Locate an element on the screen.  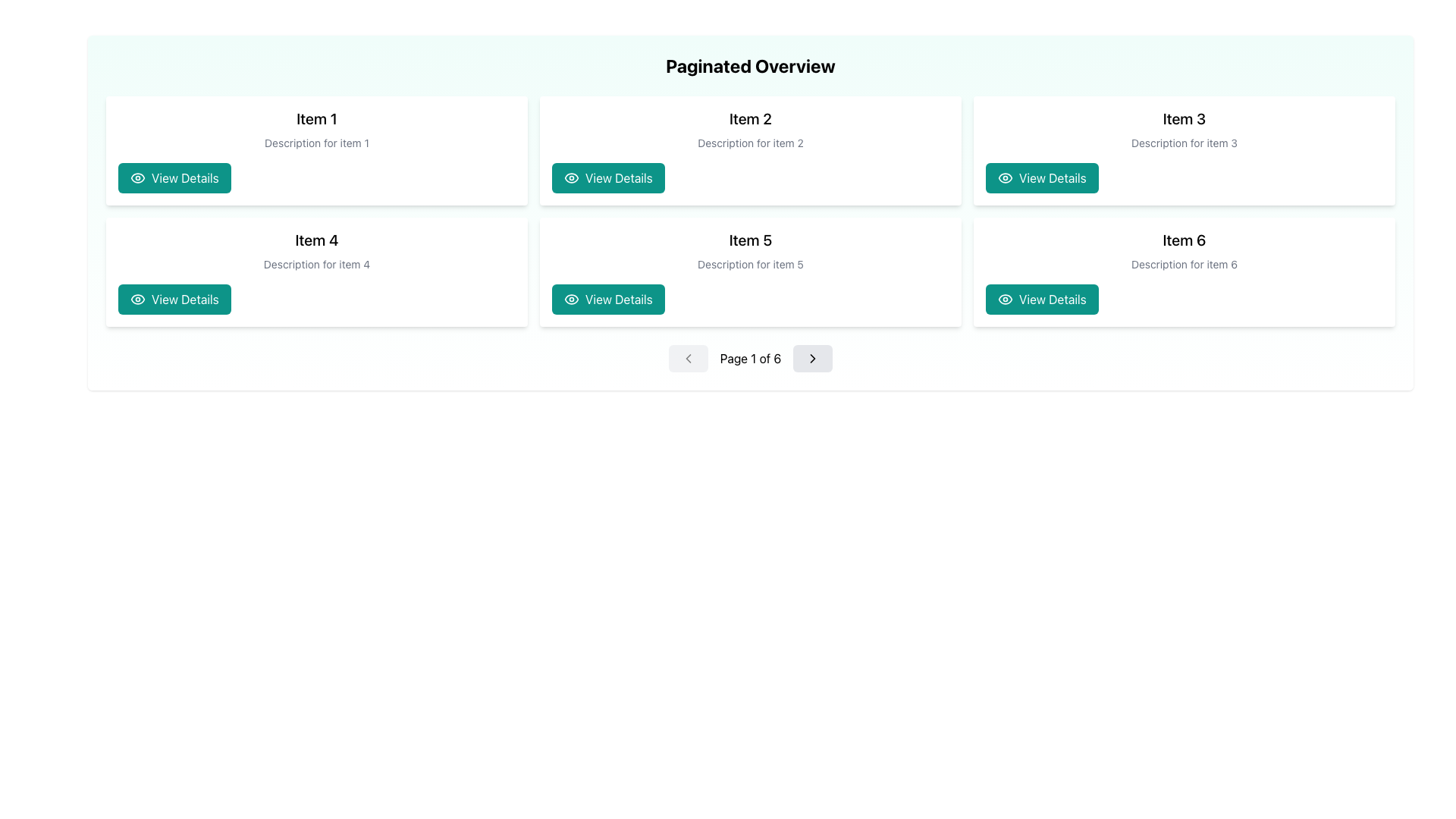
the eye icon located within the 'View Details' button in the third box labeled 'Item 3', which is situated in the top right section of the page is located at coordinates (1005, 177).